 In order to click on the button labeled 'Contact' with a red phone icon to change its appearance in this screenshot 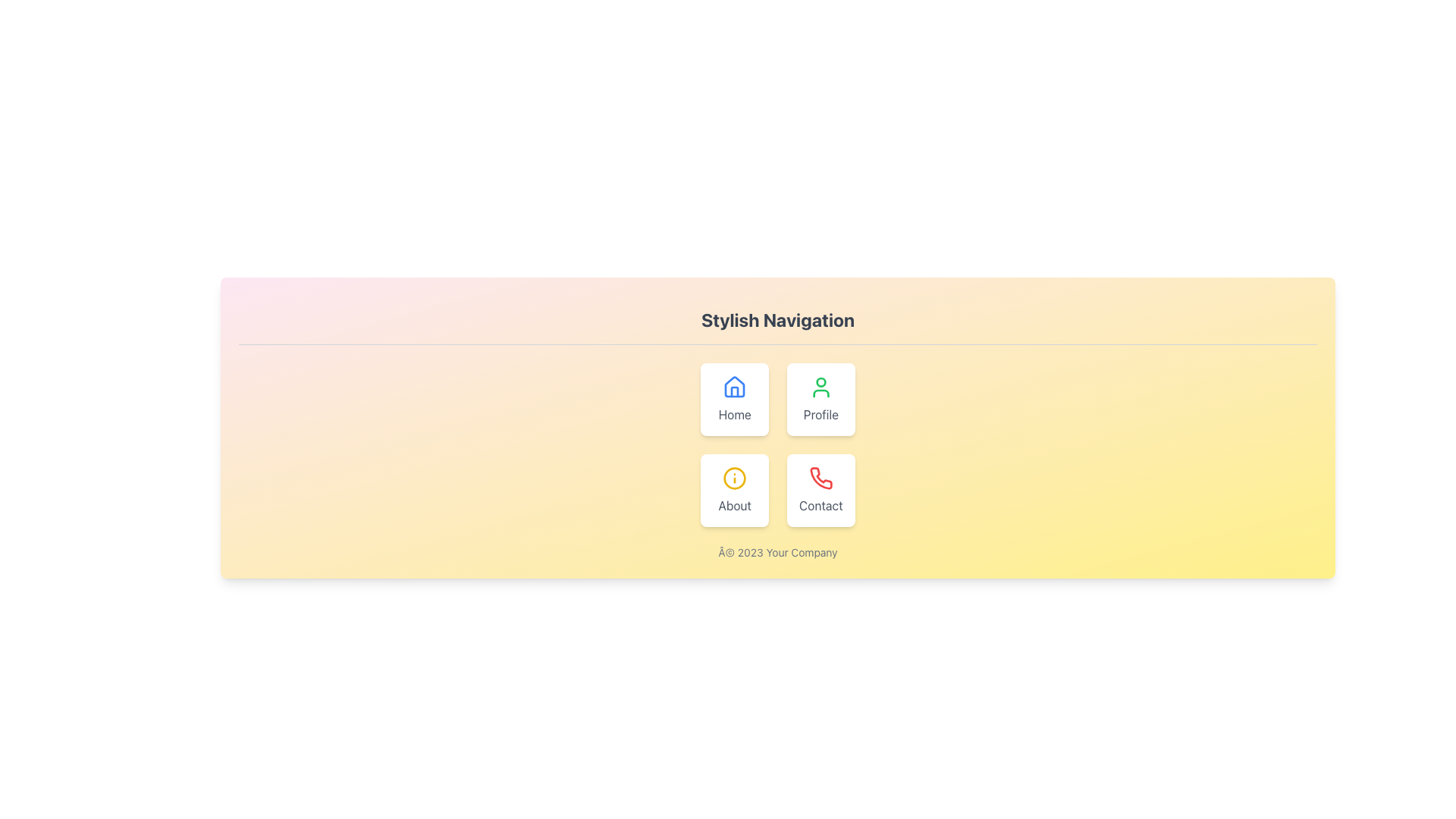, I will do `click(820, 491)`.